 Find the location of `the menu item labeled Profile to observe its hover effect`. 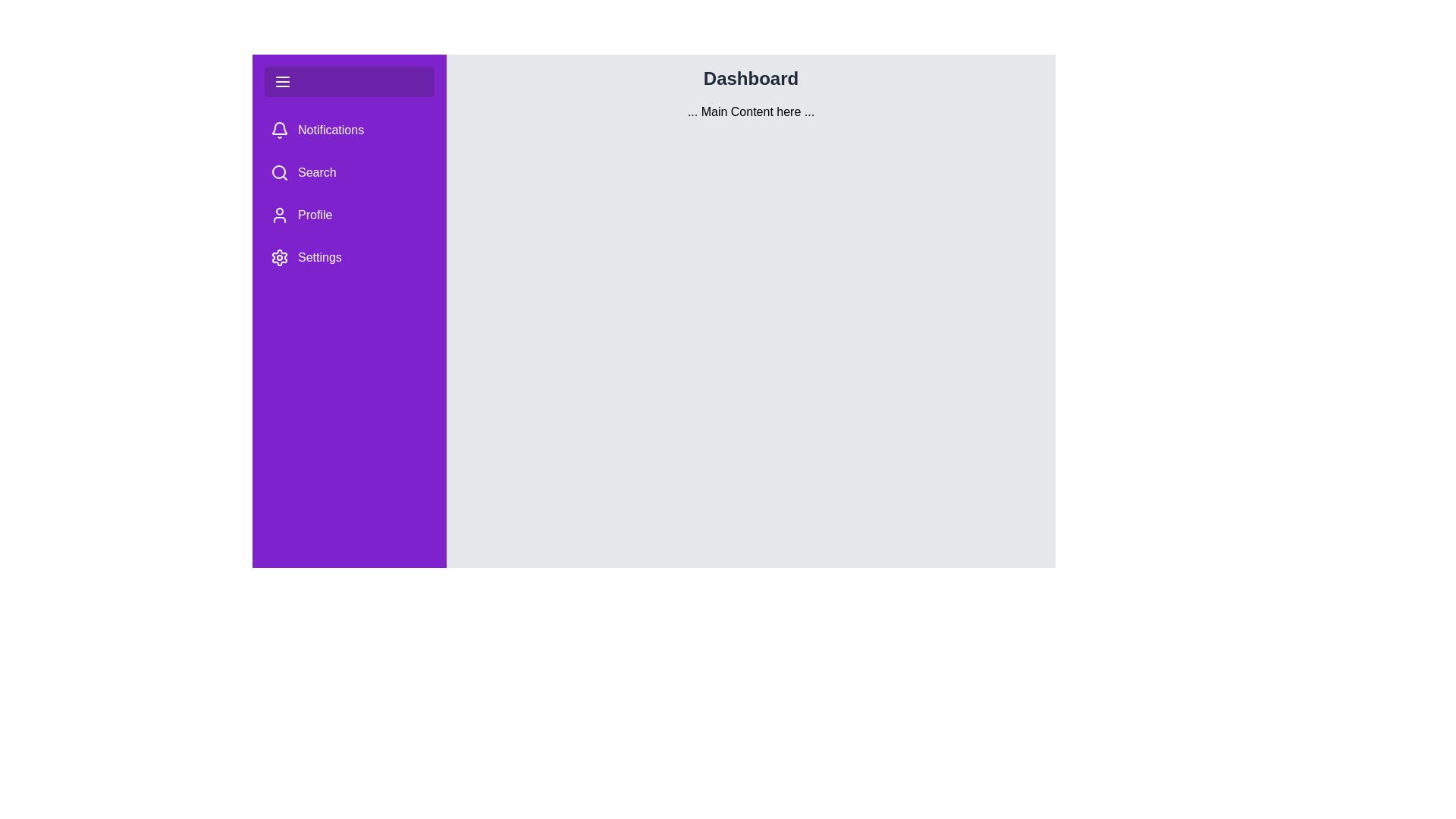

the menu item labeled Profile to observe its hover effect is located at coordinates (348, 215).